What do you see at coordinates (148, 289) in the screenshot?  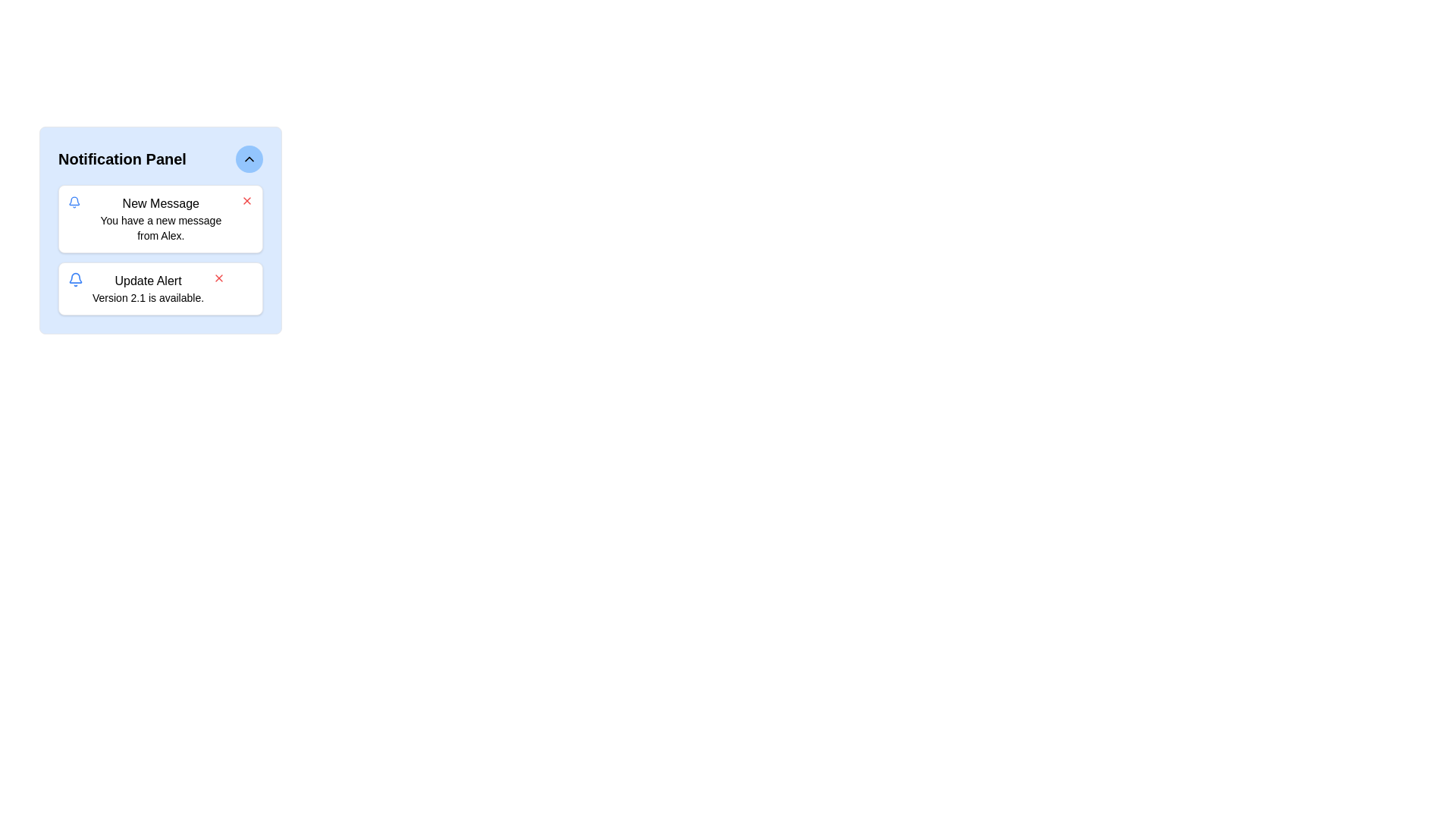 I see `the text label that informs the user about an update, located below the 'New Message' notification entry in the notification panel, specifically the second entry in the notification list` at bounding box center [148, 289].